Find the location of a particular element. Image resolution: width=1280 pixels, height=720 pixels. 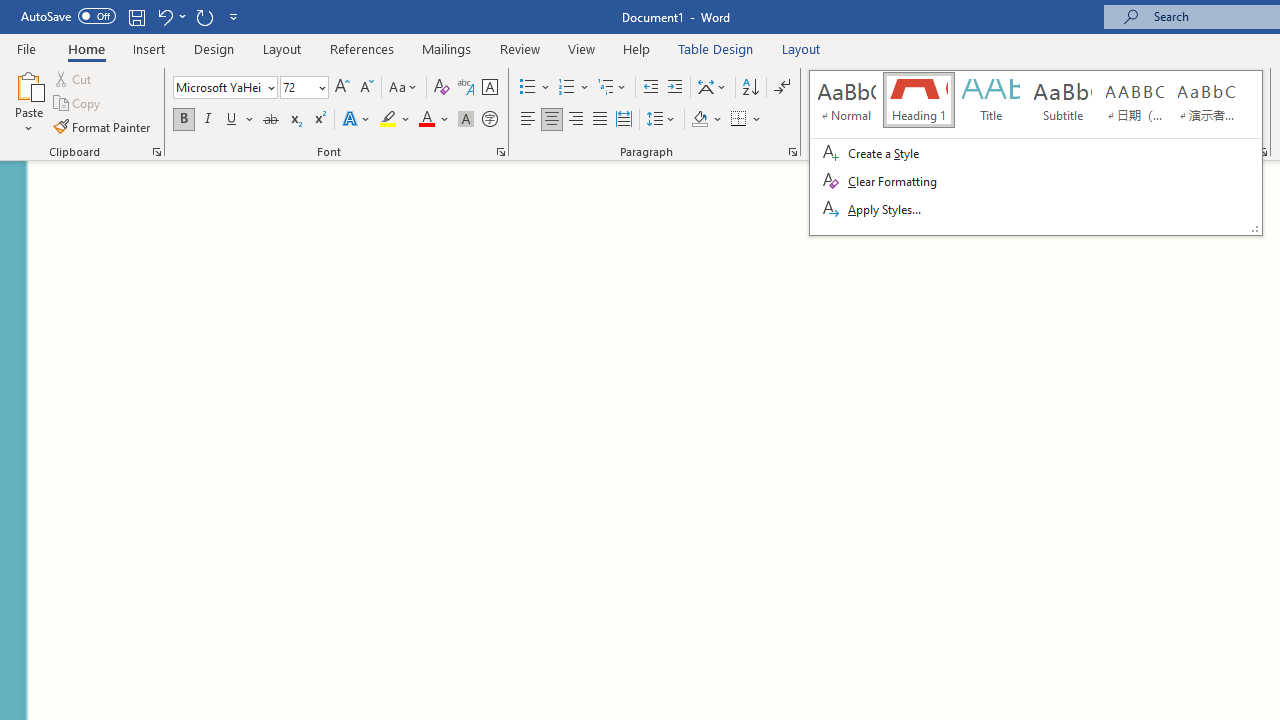

'Align Right' is located at coordinates (575, 119).